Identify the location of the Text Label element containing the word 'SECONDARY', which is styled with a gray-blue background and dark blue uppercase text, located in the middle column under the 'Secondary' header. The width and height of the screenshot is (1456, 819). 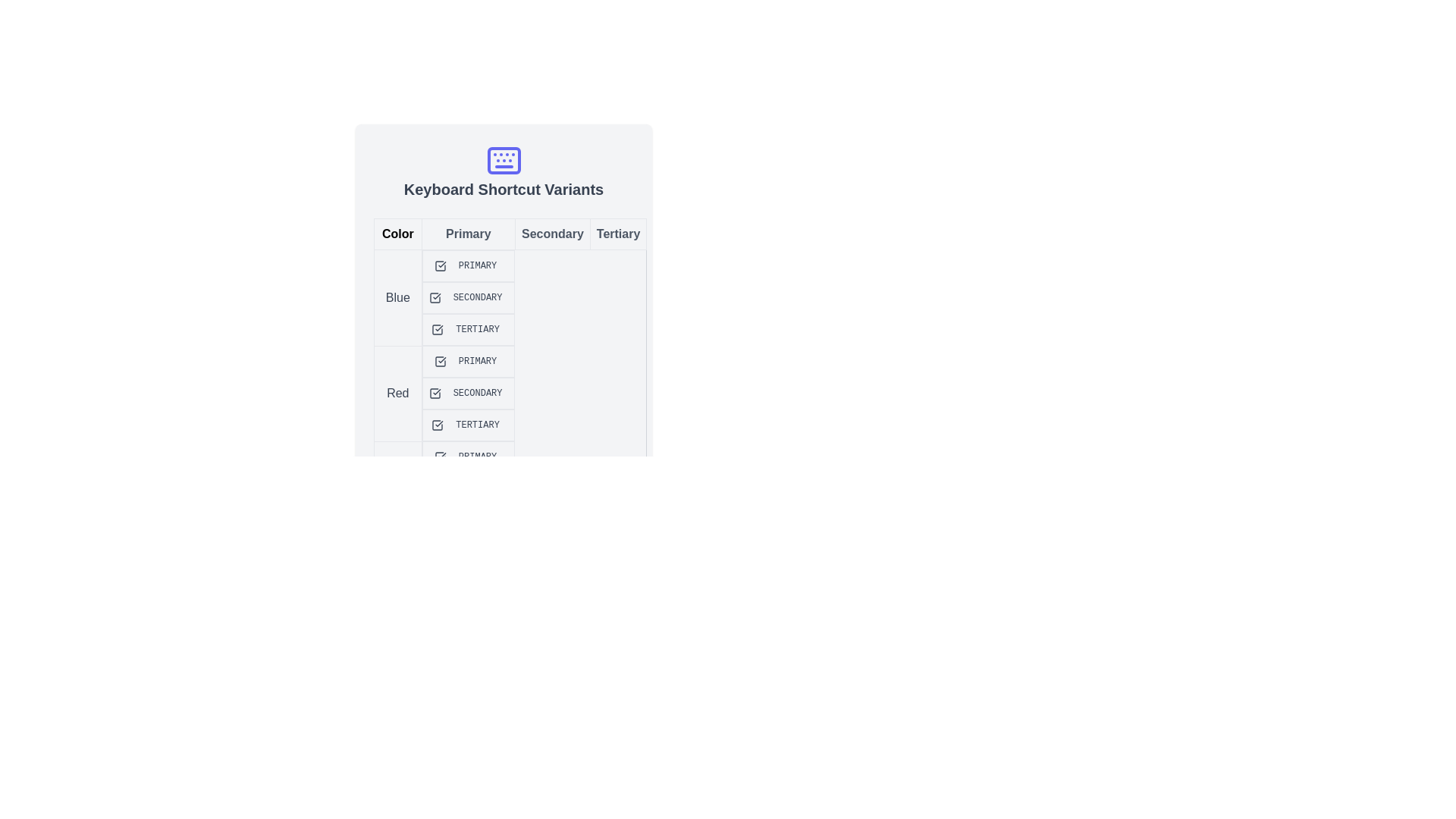
(477, 298).